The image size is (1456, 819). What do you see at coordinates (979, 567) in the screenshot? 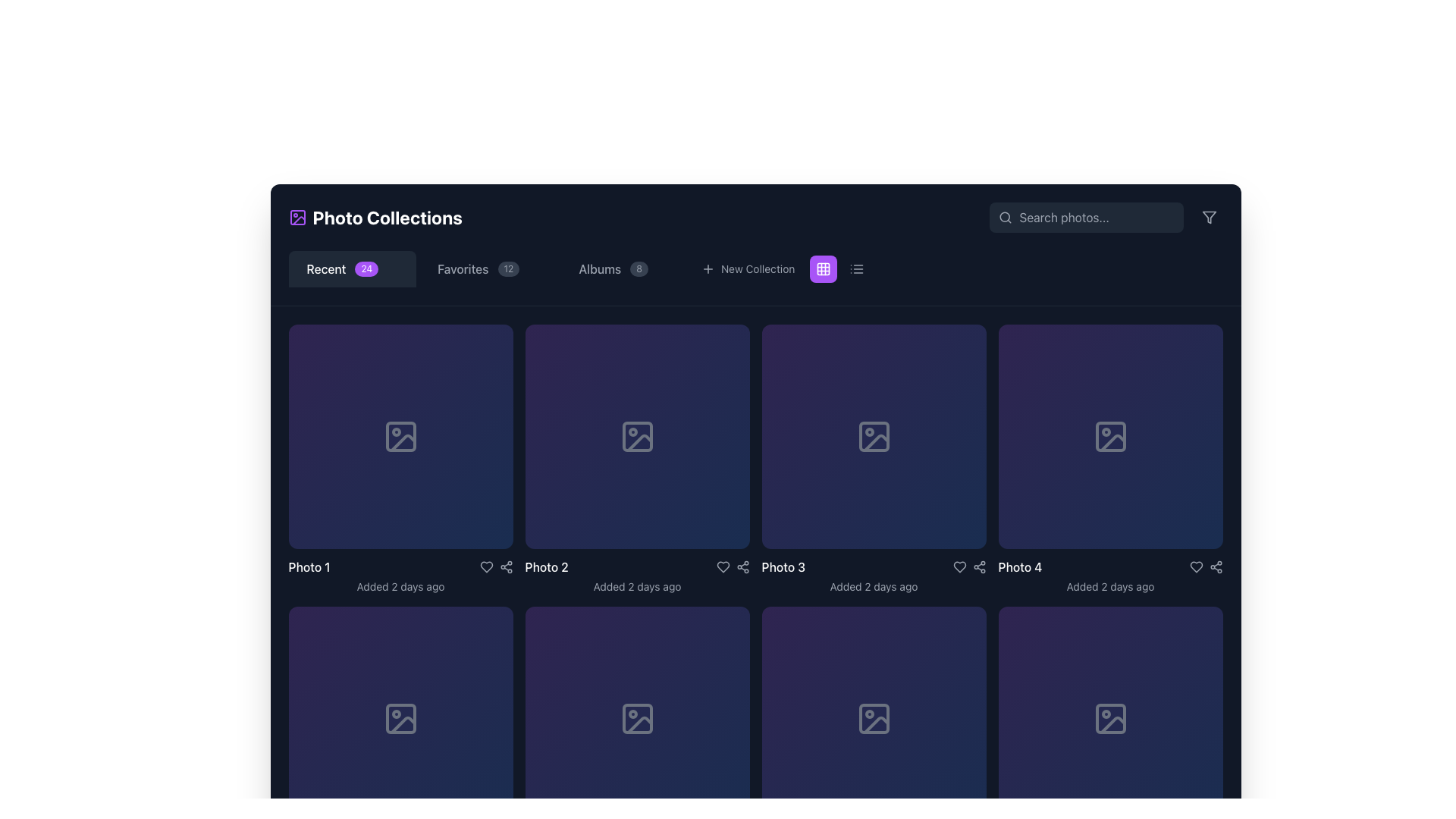
I see `the sharing icon button located in the bottom-right corner of the fourth image card to share the associated photo` at bounding box center [979, 567].